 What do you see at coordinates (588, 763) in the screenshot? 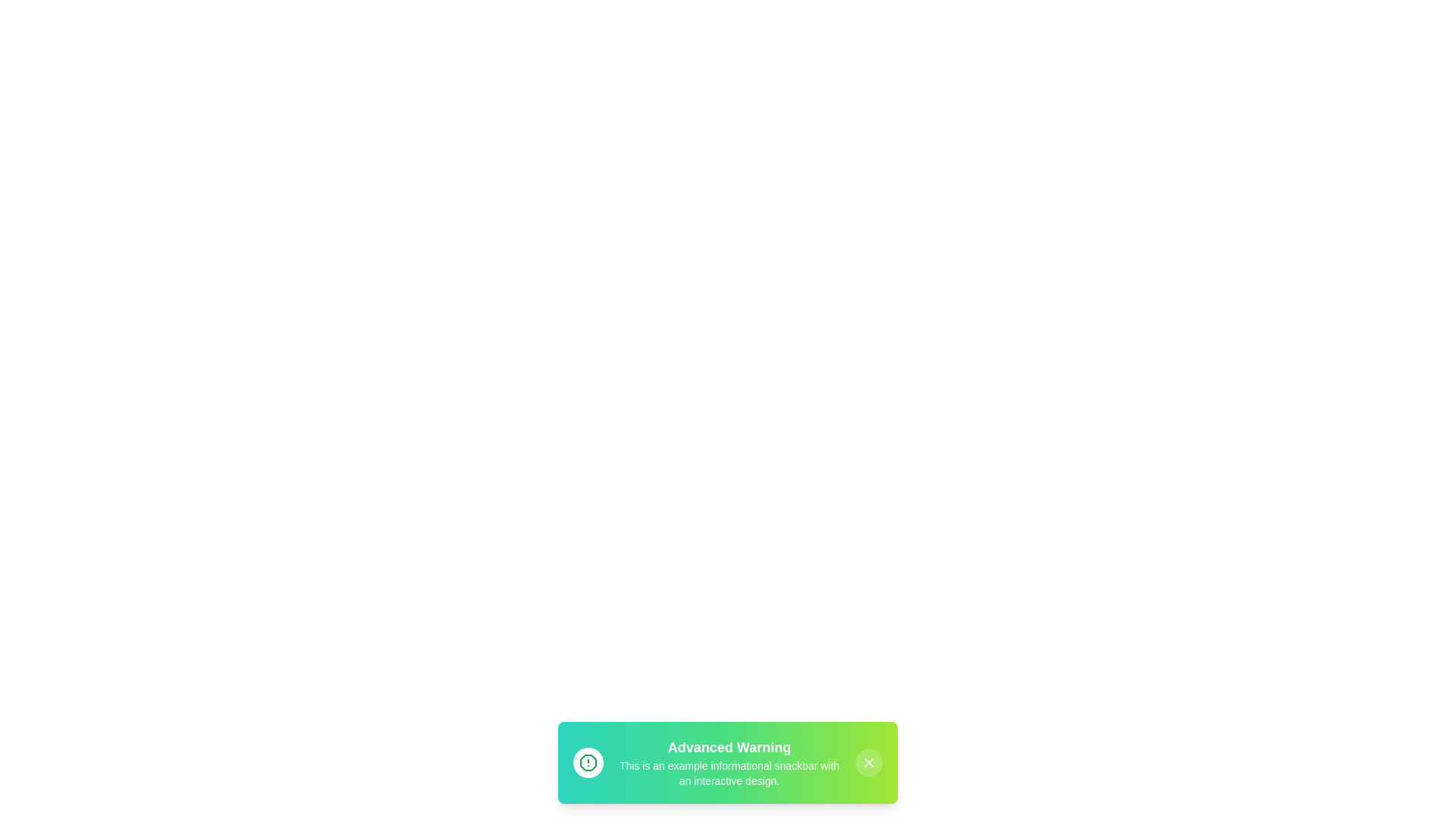
I see `the center of the snackbar icon to focus on it` at bounding box center [588, 763].